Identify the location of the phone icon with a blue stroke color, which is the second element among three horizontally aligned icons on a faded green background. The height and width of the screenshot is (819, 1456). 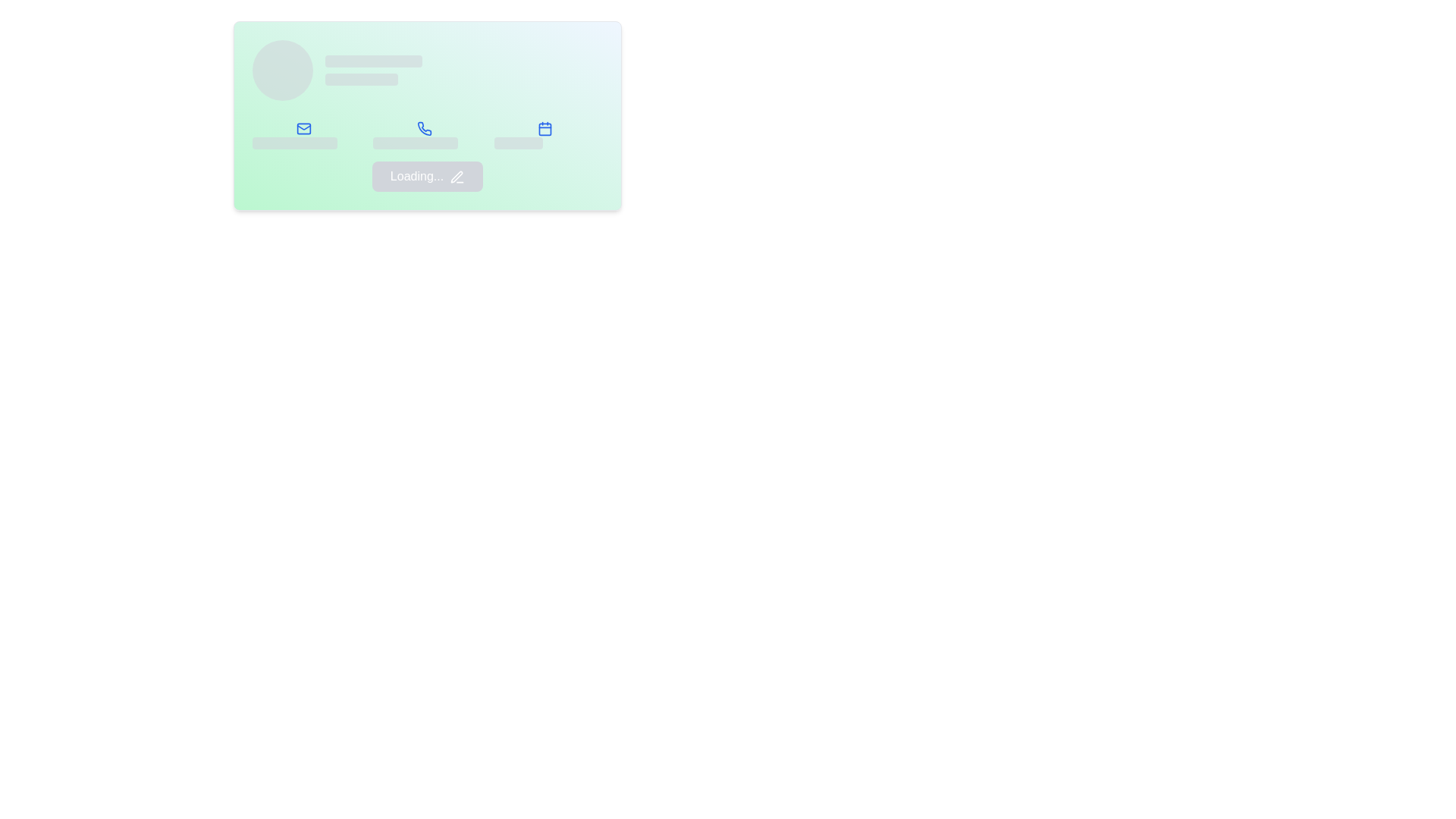
(425, 127).